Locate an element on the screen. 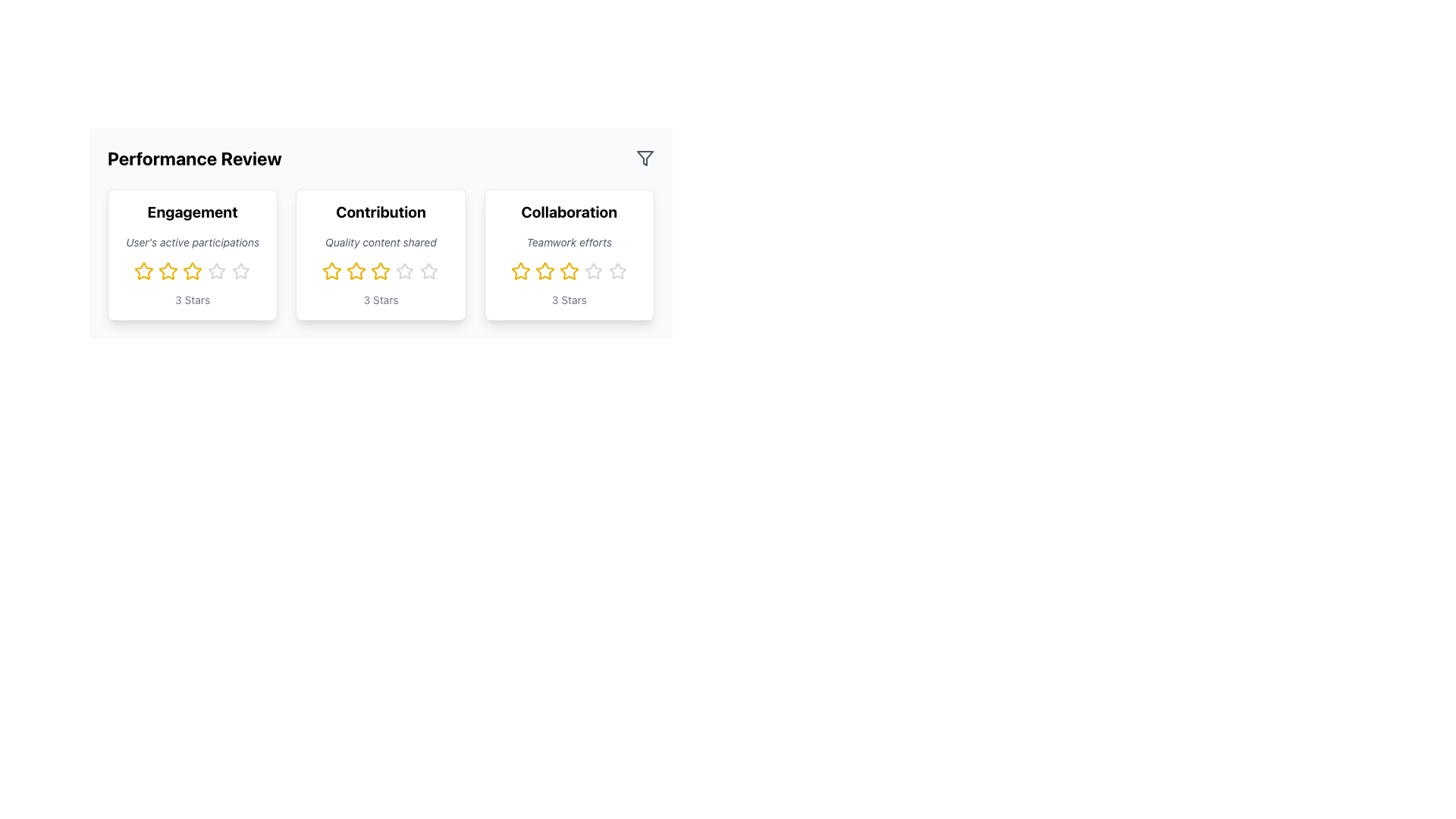 The height and width of the screenshot is (819, 1456). the third star icon in the Engagement performance rating card that indicates the user's active participations is located at coordinates (168, 271).